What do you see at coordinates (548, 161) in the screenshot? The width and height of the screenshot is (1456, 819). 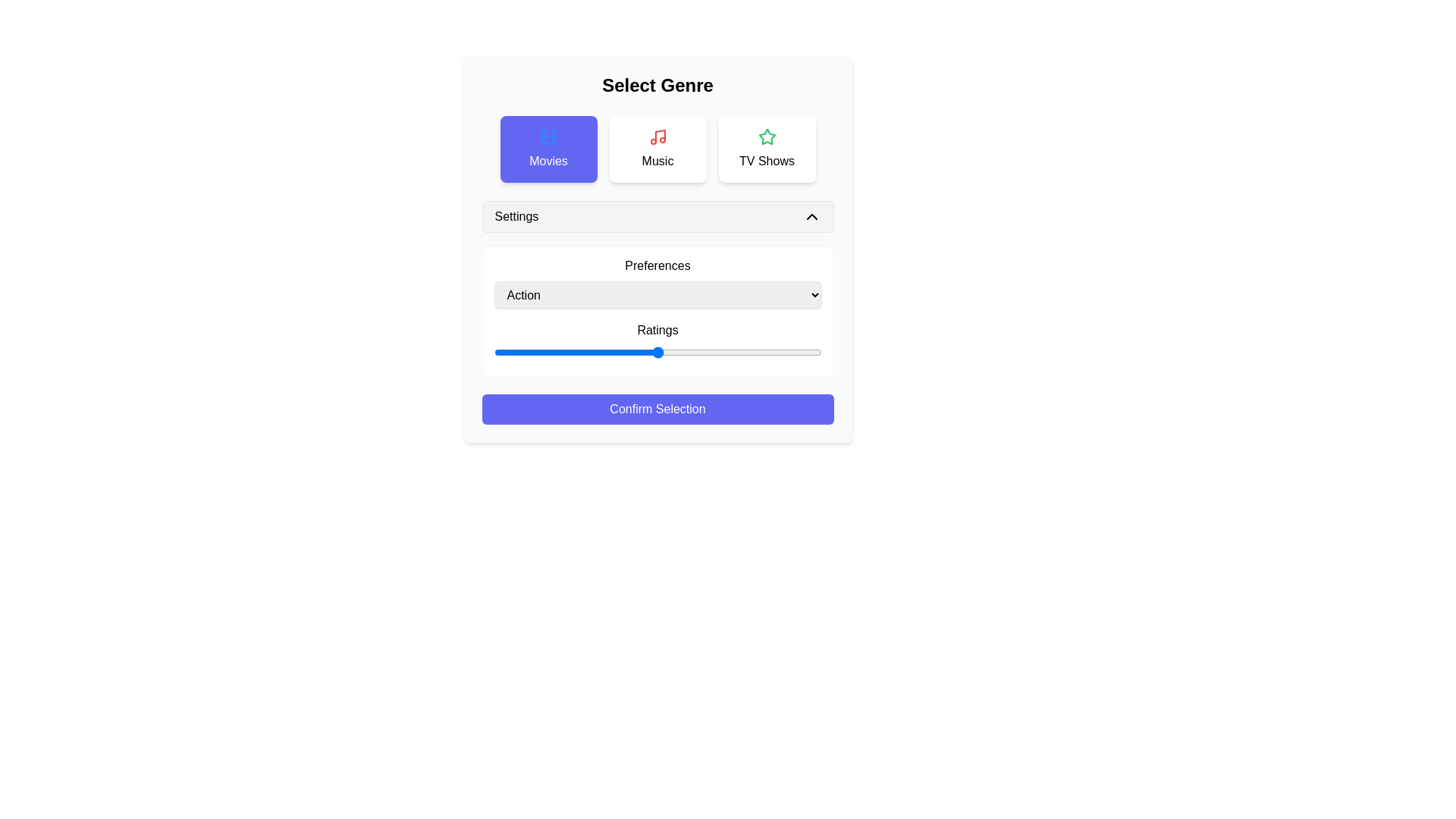 I see `the 'Movies' text label located at the bottom middle of the first interactive card in the genre selection row` at bounding box center [548, 161].